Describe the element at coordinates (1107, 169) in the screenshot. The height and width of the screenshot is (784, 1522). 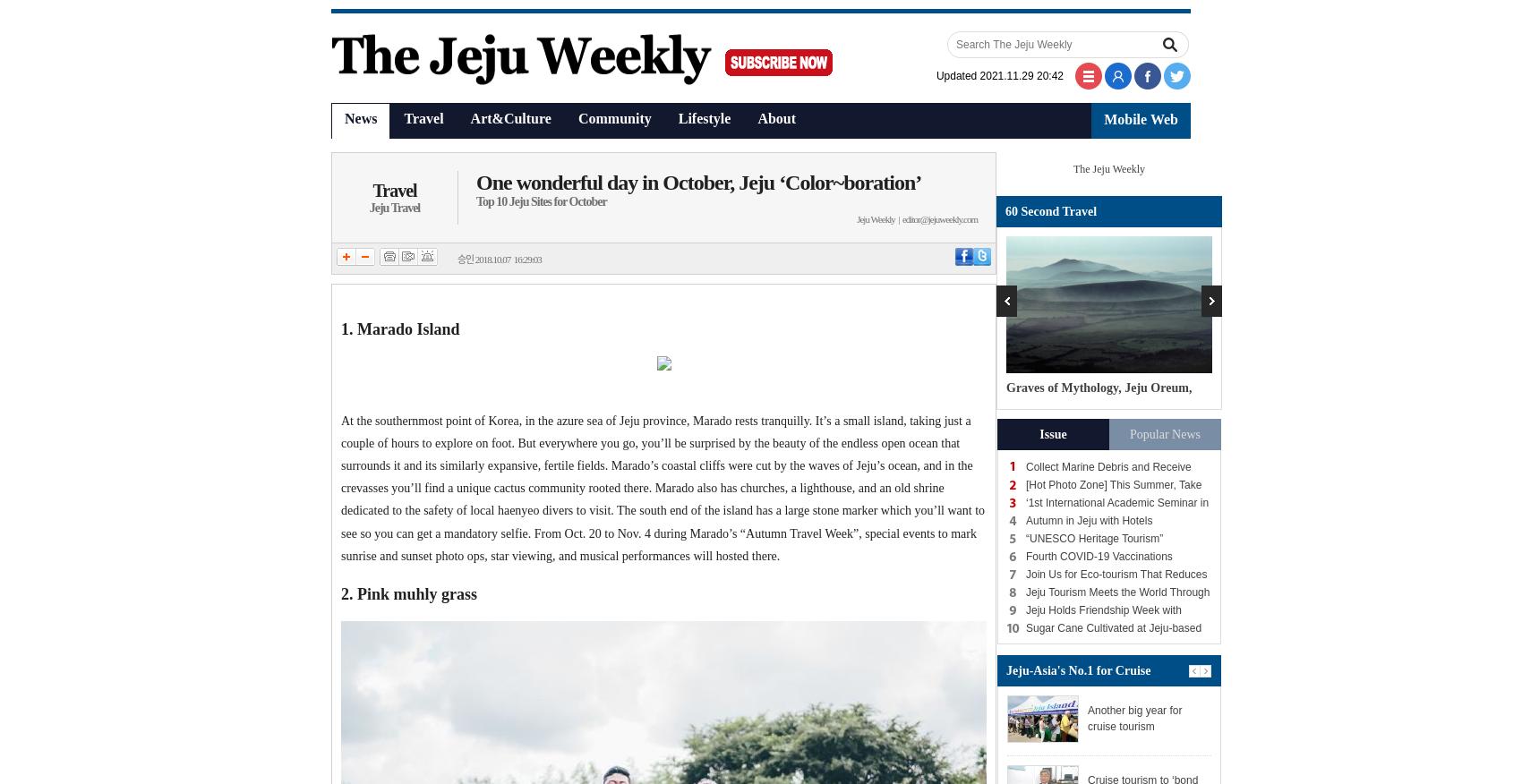
I see `'The Jeju Weekly'` at that location.